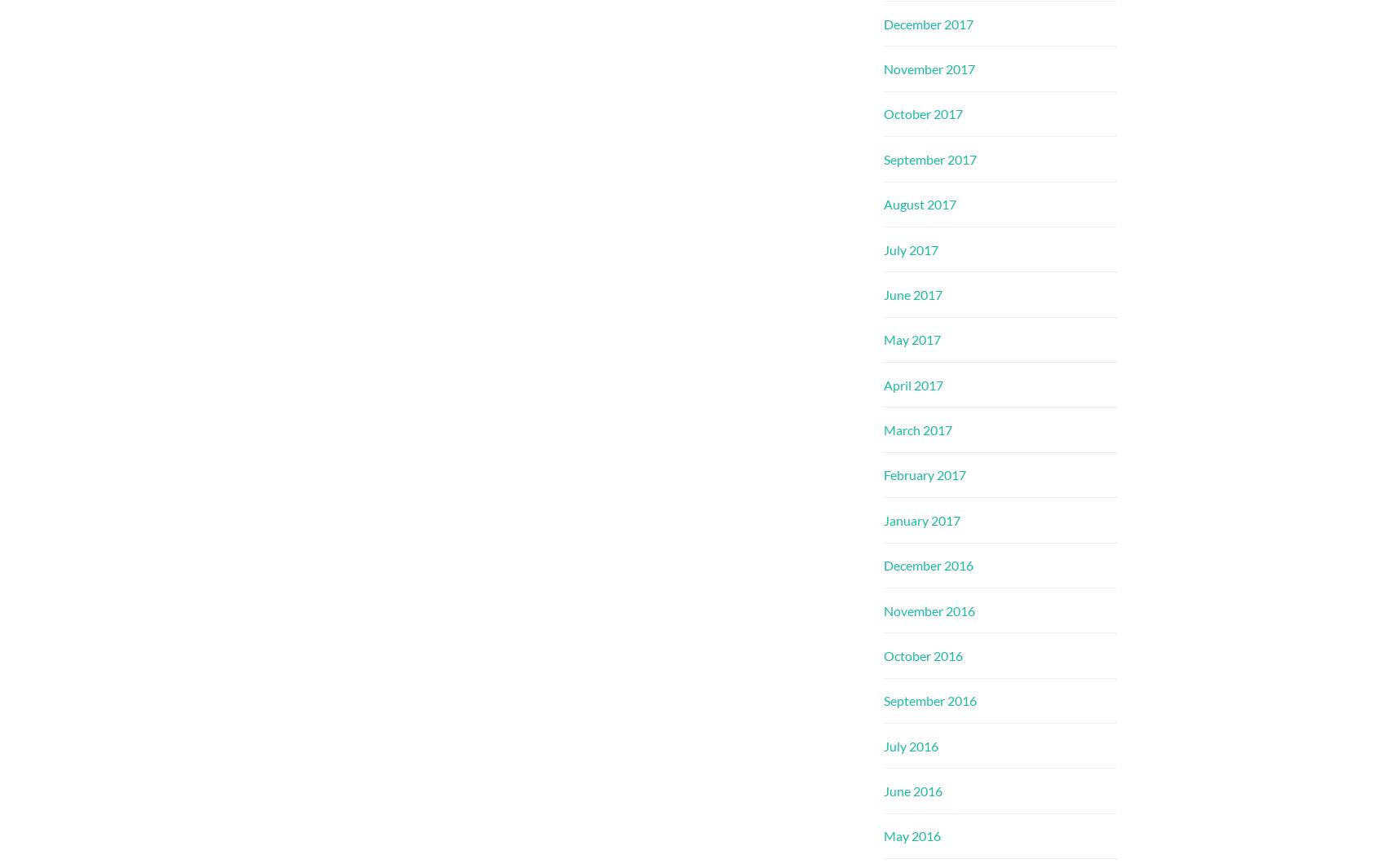 Image resolution: width=1386 pixels, height=868 pixels. Describe the element at coordinates (929, 565) in the screenshot. I see `'December 2016'` at that location.